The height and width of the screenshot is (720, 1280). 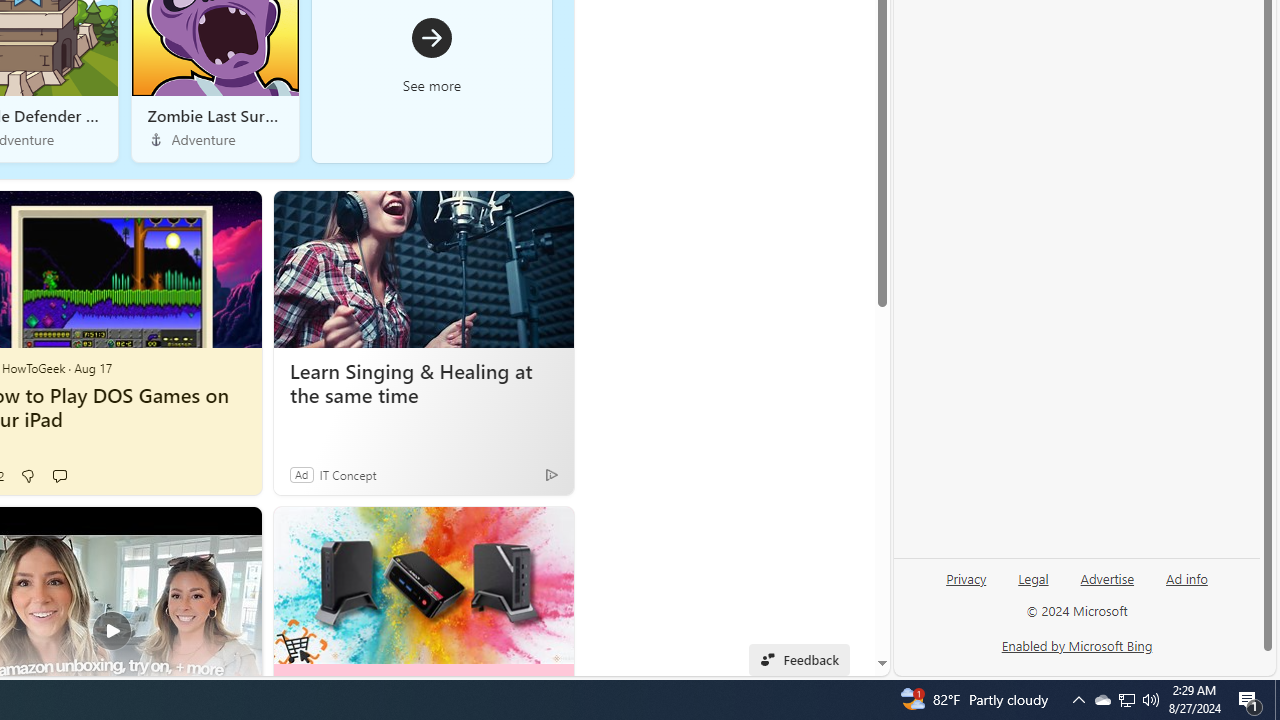 I want to click on 'Ad info', so click(x=1186, y=585).